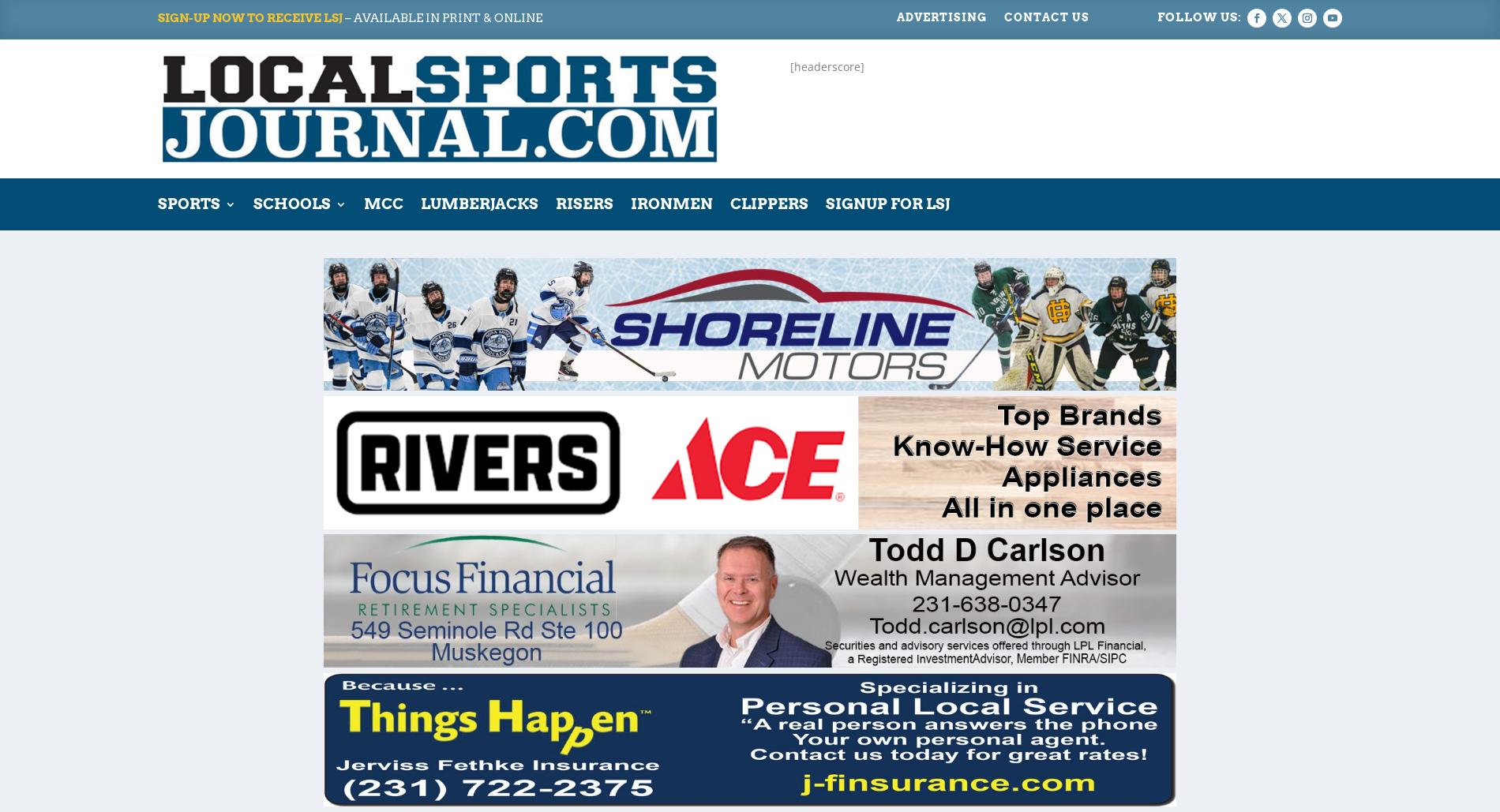 The height and width of the screenshot is (812, 1500). I want to click on 'Pentwater', so click(512, 342).